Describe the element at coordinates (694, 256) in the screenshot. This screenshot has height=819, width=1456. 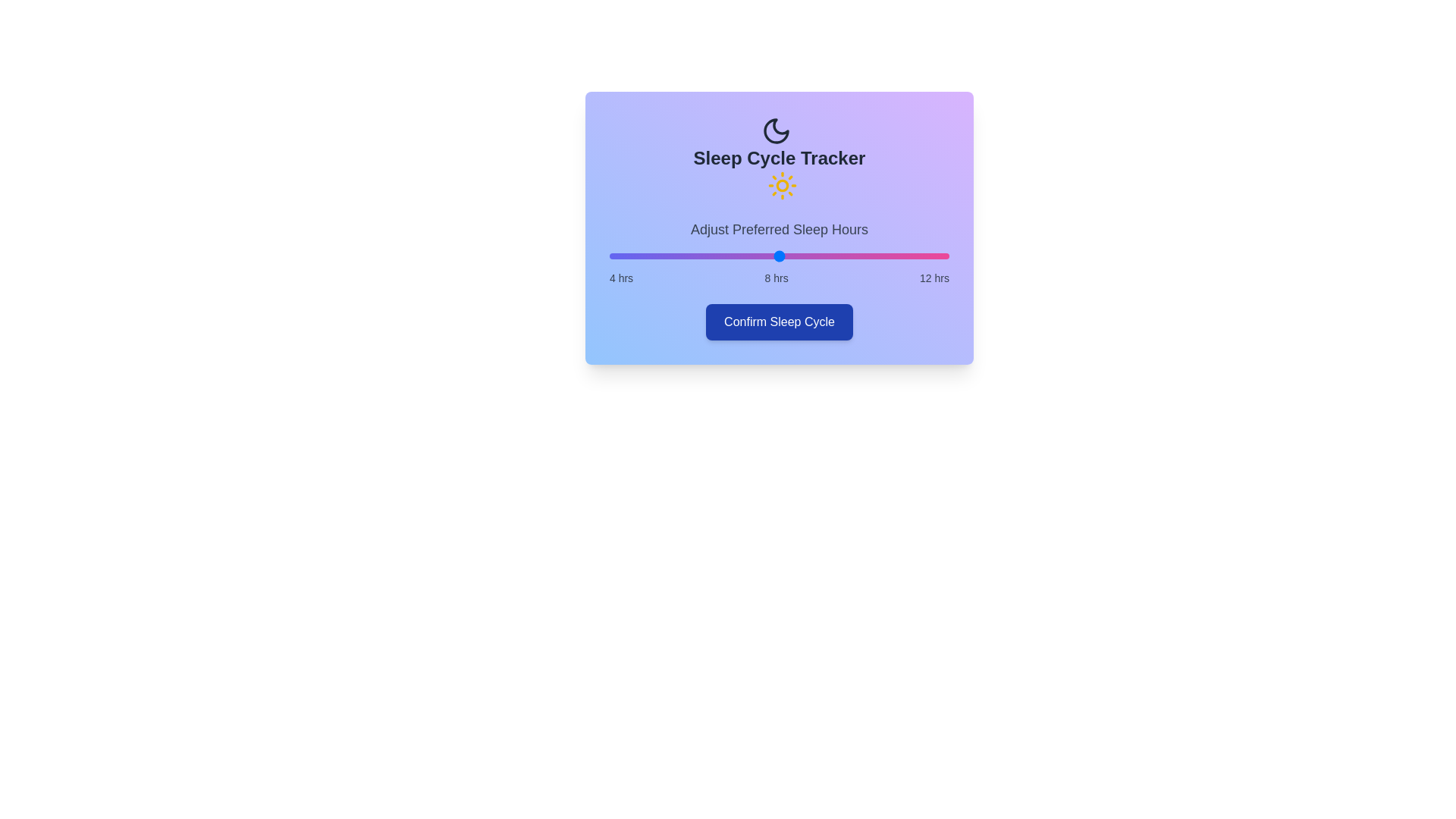
I see `the sleep hours slider to 6 hours` at that location.